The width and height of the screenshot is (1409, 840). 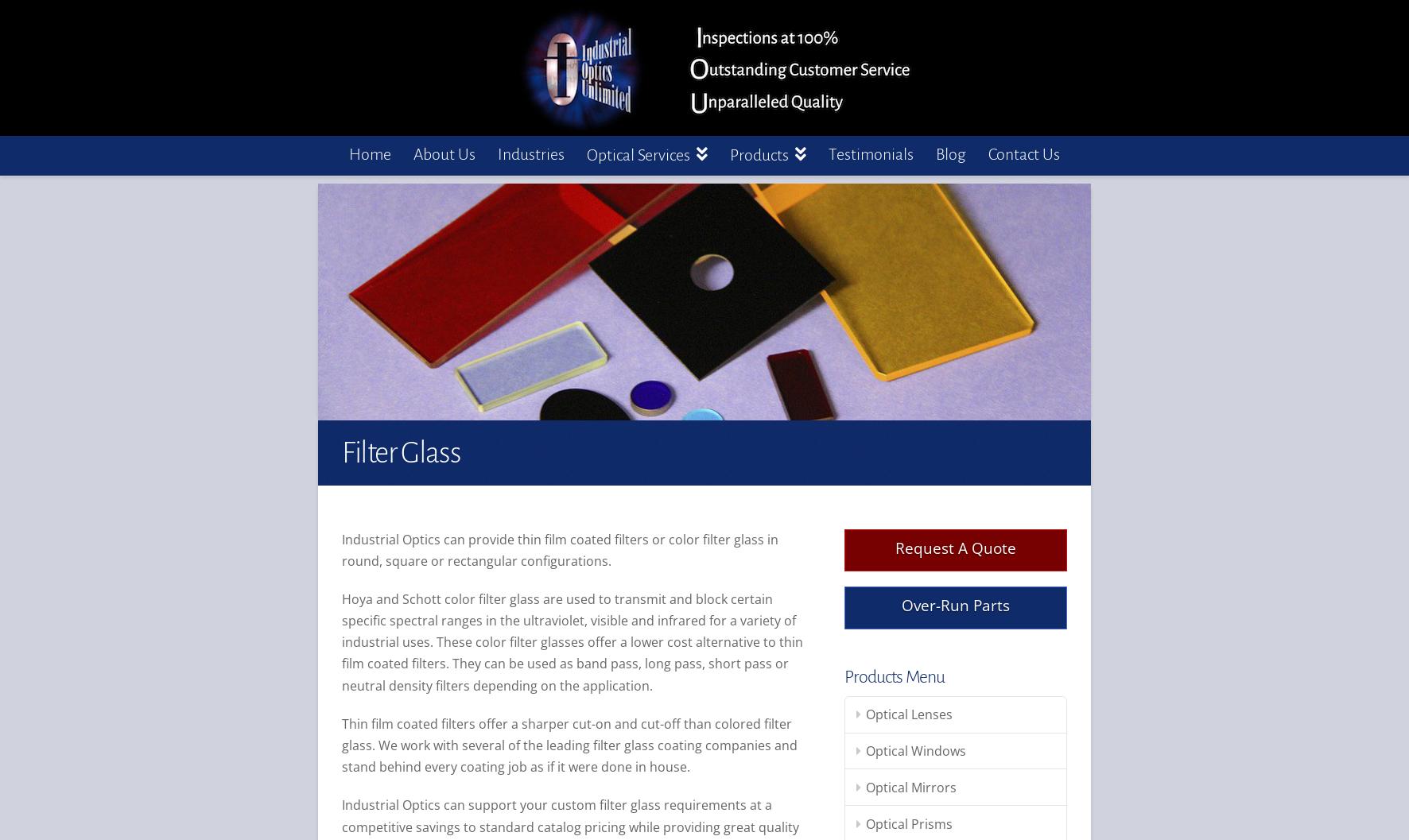 What do you see at coordinates (639, 155) in the screenshot?
I see `'Optical Services'` at bounding box center [639, 155].